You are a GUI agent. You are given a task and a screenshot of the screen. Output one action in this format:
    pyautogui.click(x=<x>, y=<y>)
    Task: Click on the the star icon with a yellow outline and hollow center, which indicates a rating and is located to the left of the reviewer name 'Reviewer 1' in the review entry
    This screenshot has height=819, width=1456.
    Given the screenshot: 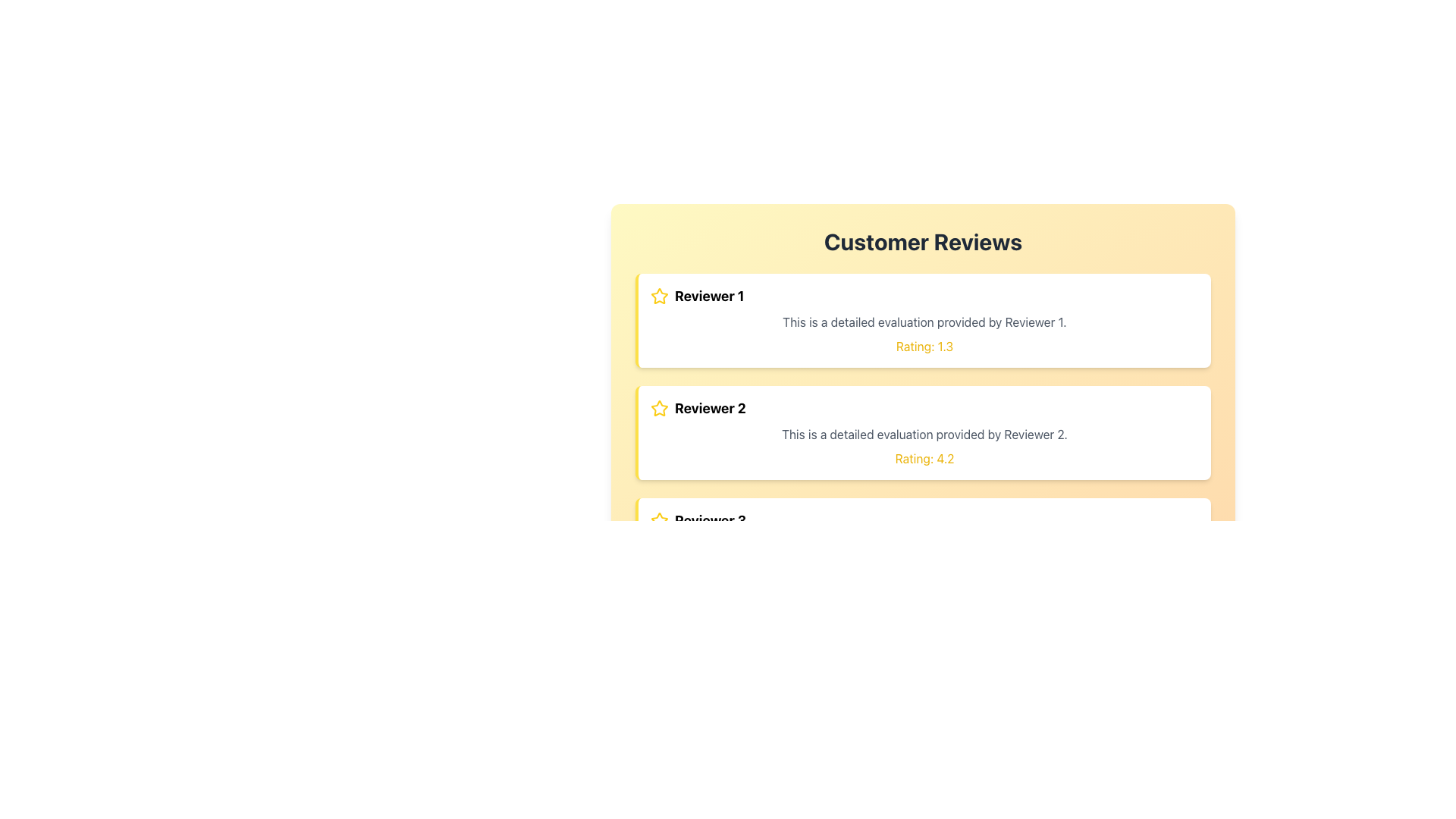 What is the action you would take?
    pyautogui.click(x=659, y=296)
    